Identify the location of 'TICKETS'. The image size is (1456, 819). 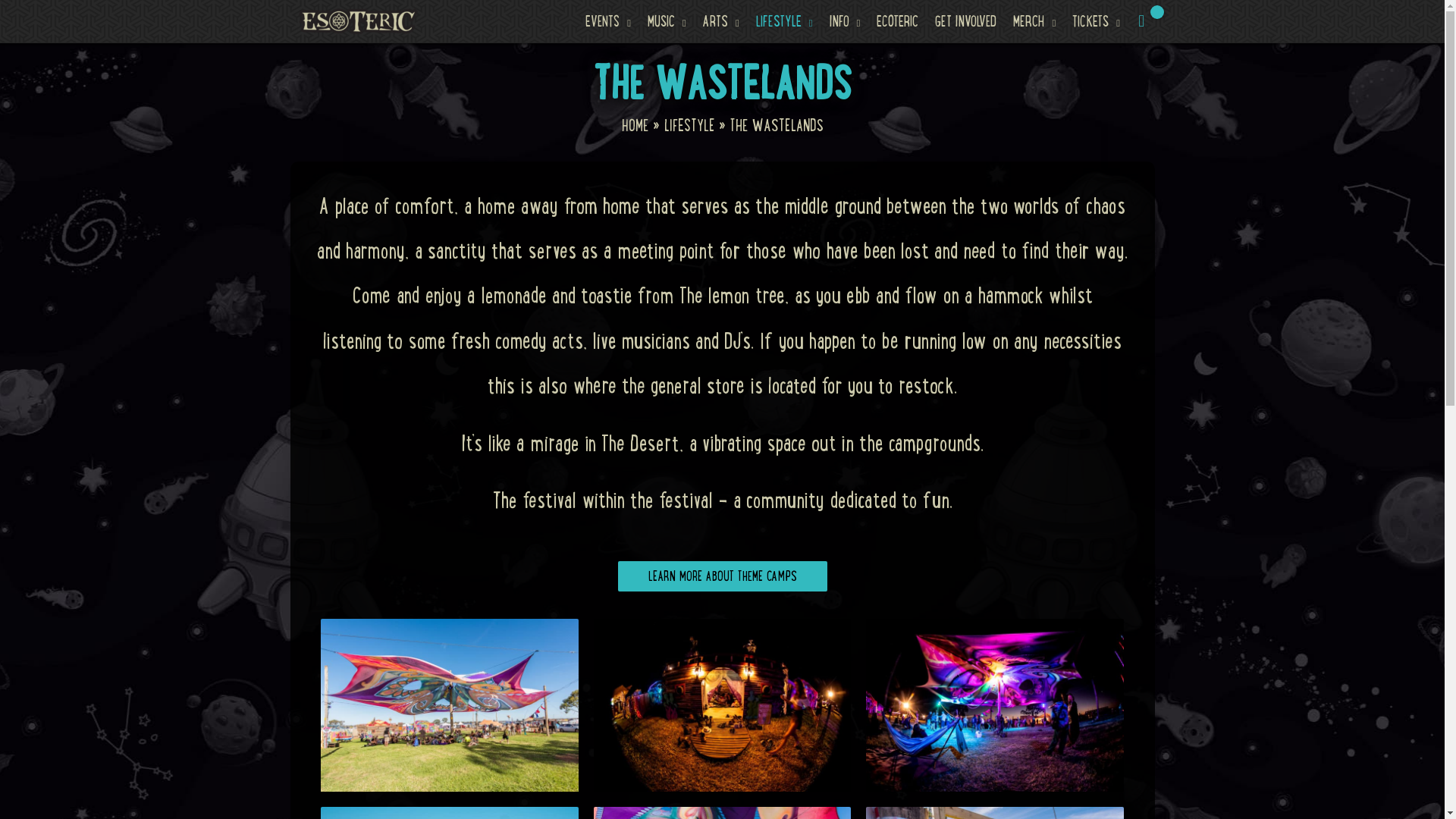
(1096, 20).